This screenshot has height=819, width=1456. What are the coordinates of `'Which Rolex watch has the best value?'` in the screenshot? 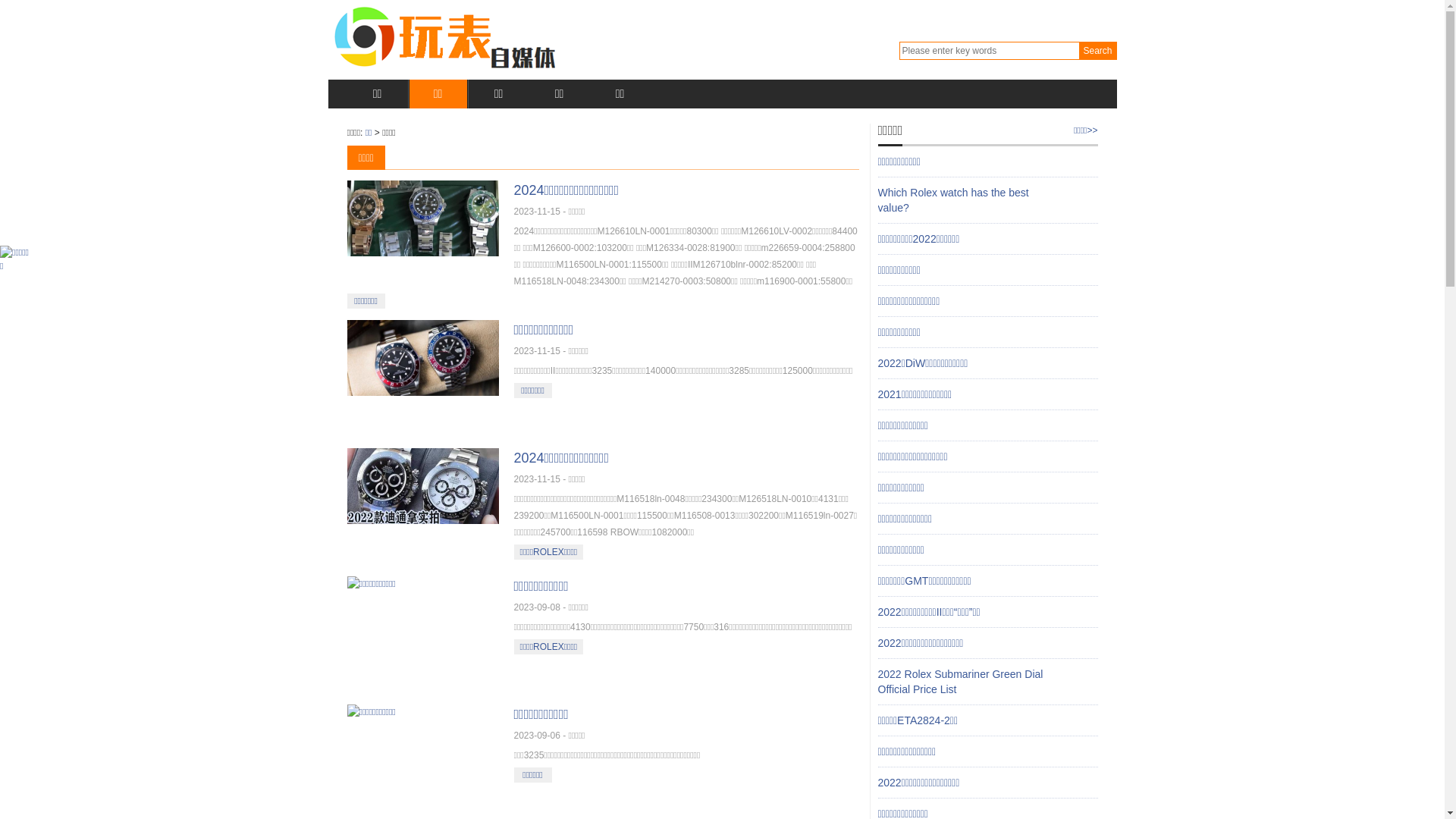 It's located at (877, 199).